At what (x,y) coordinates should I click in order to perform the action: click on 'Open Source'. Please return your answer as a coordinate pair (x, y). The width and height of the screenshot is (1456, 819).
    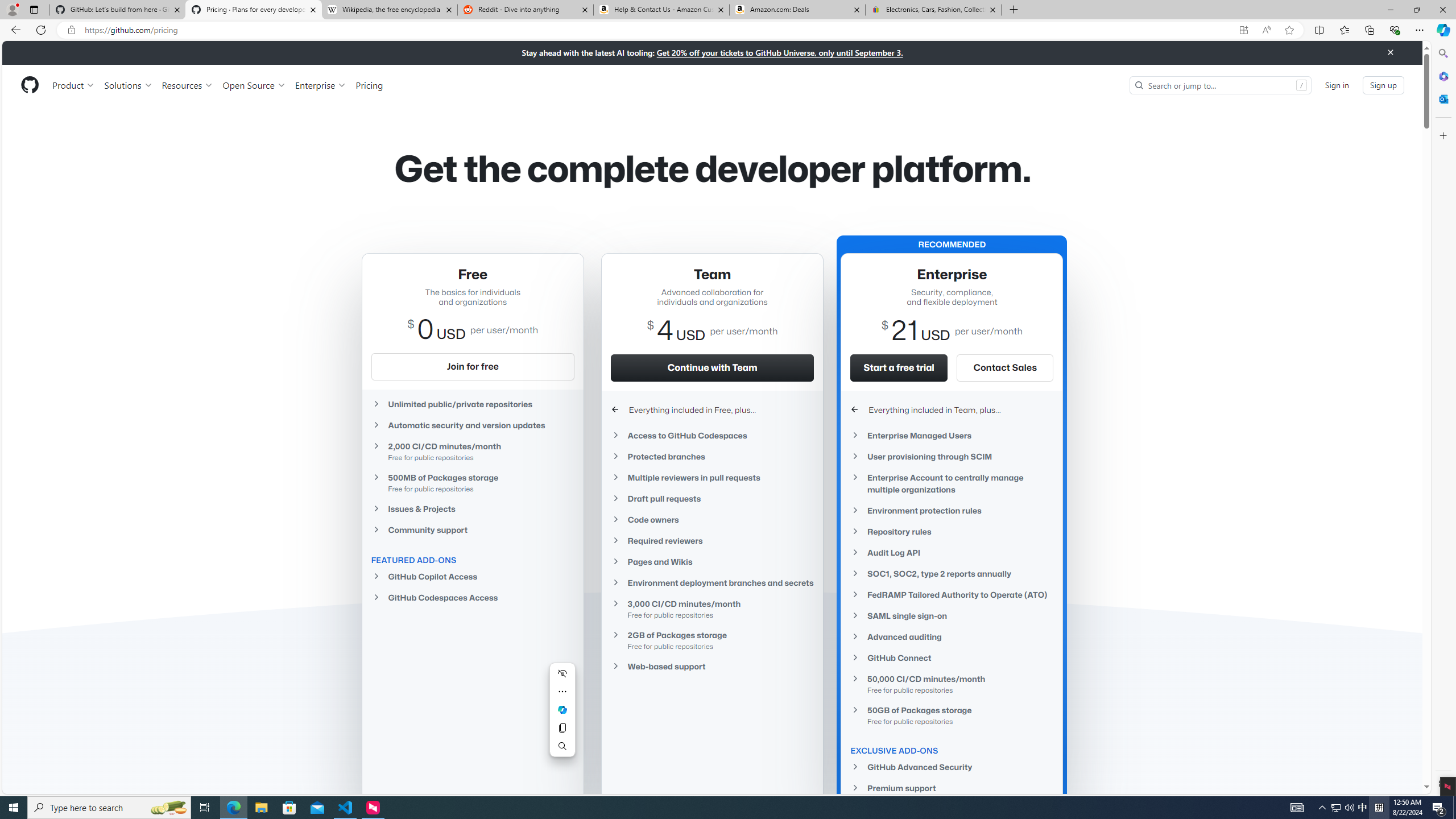
    Looking at the image, I should click on (255, 85).